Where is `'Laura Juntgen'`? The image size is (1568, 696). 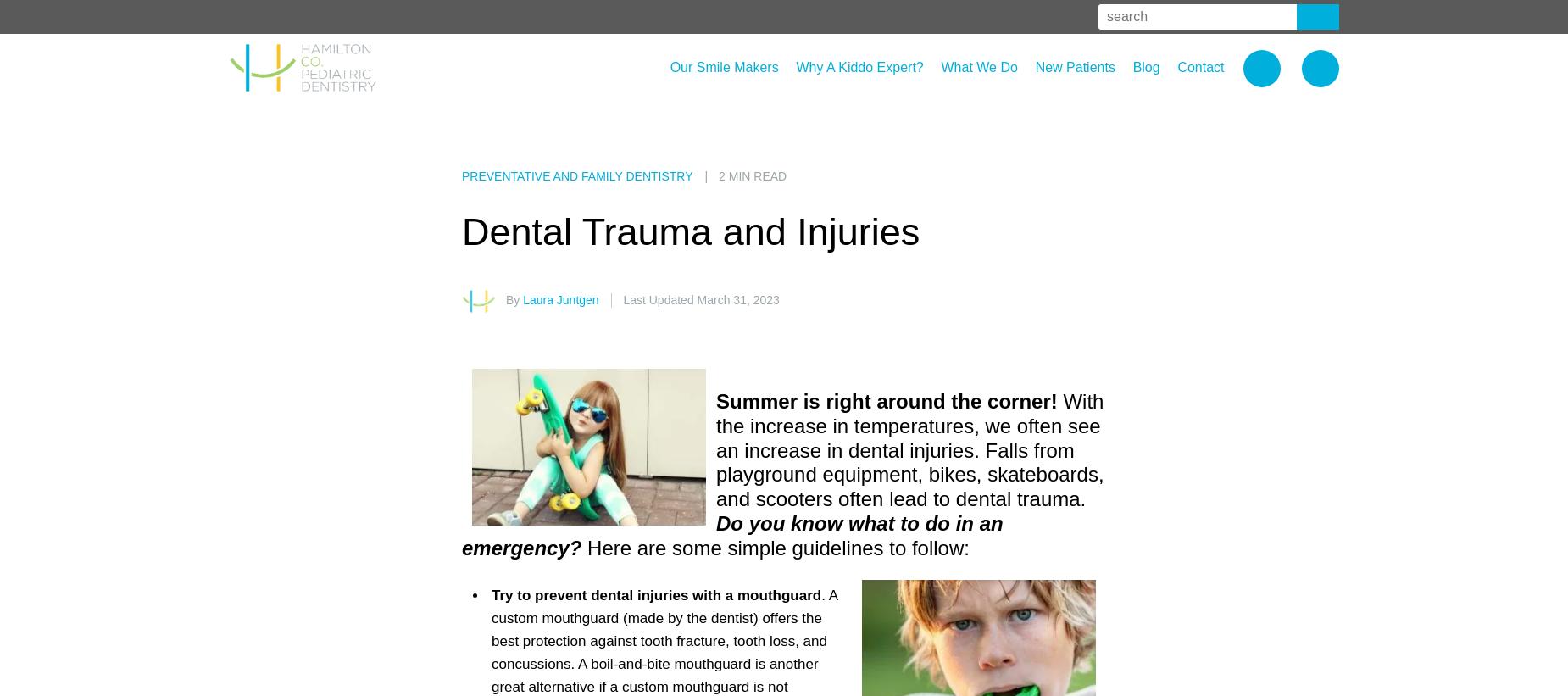 'Laura Juntgen' is located at coordinates (560, 300).